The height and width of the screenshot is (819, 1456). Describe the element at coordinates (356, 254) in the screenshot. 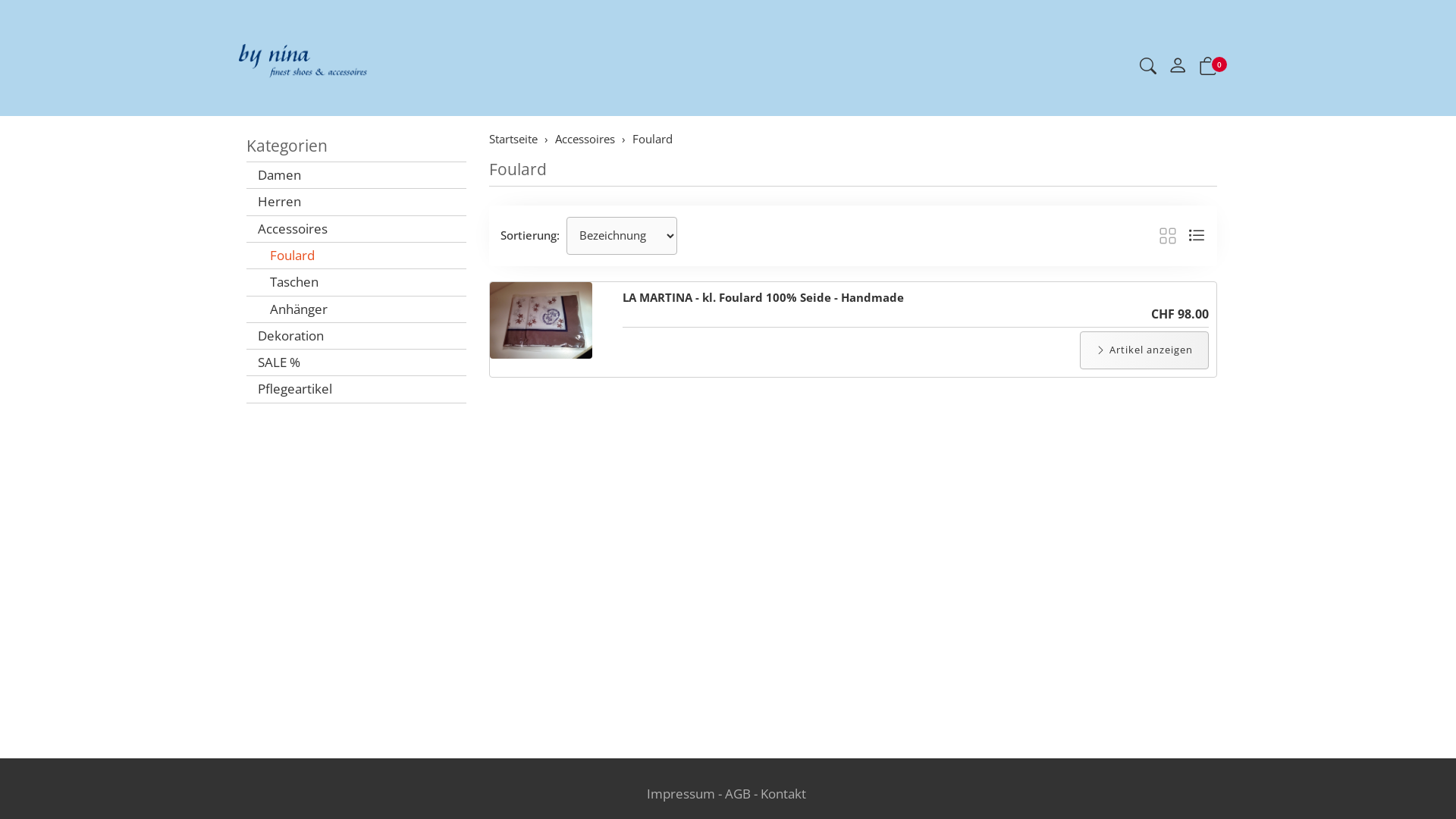

I see `'Foulard'` at that location.